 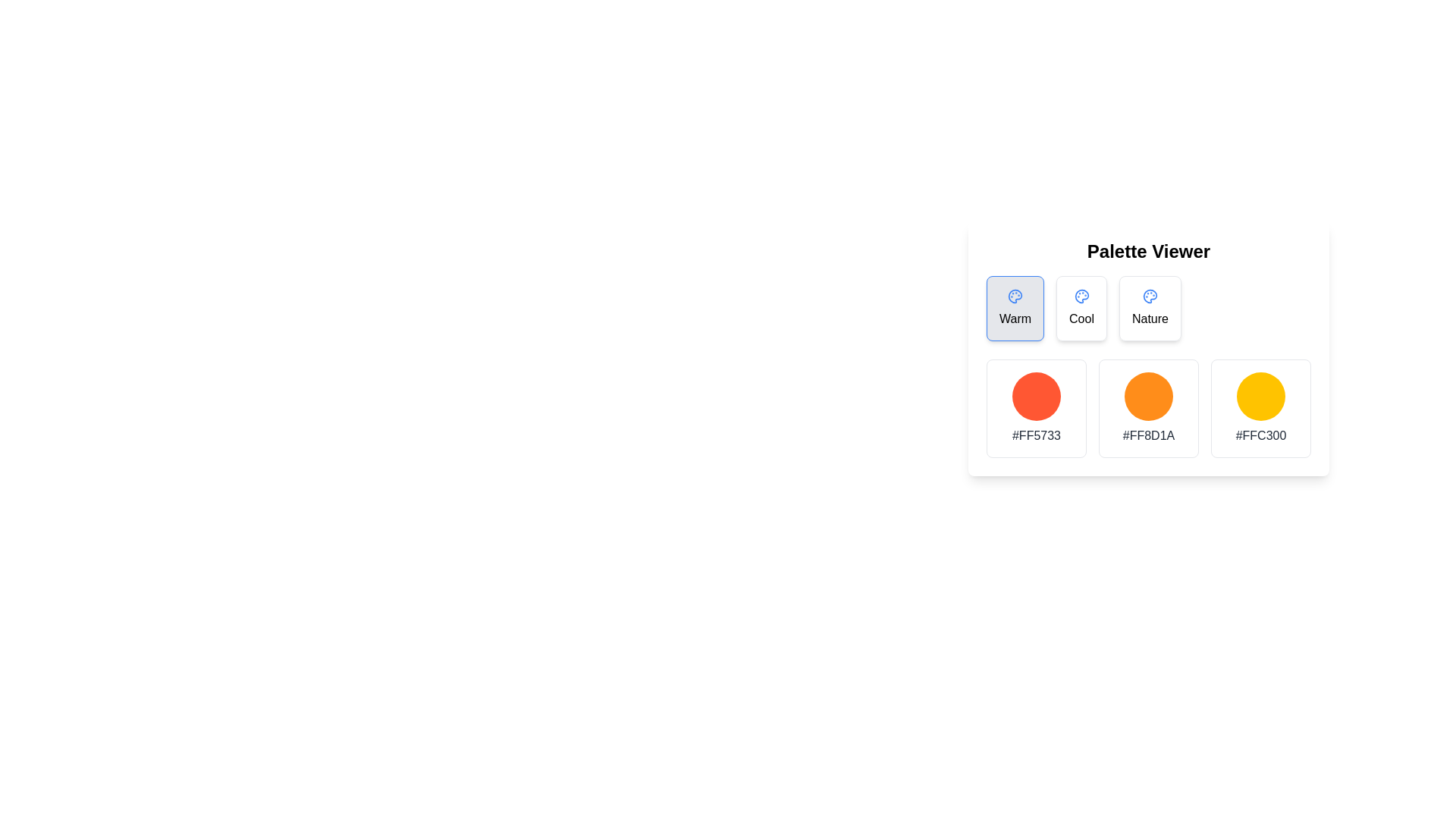 I want to click on the text label displaying the color code '#FF5733', which is styled as a secondary descriptive text and located below its corresponding circular color swatch, so click(x=1036, y=435).